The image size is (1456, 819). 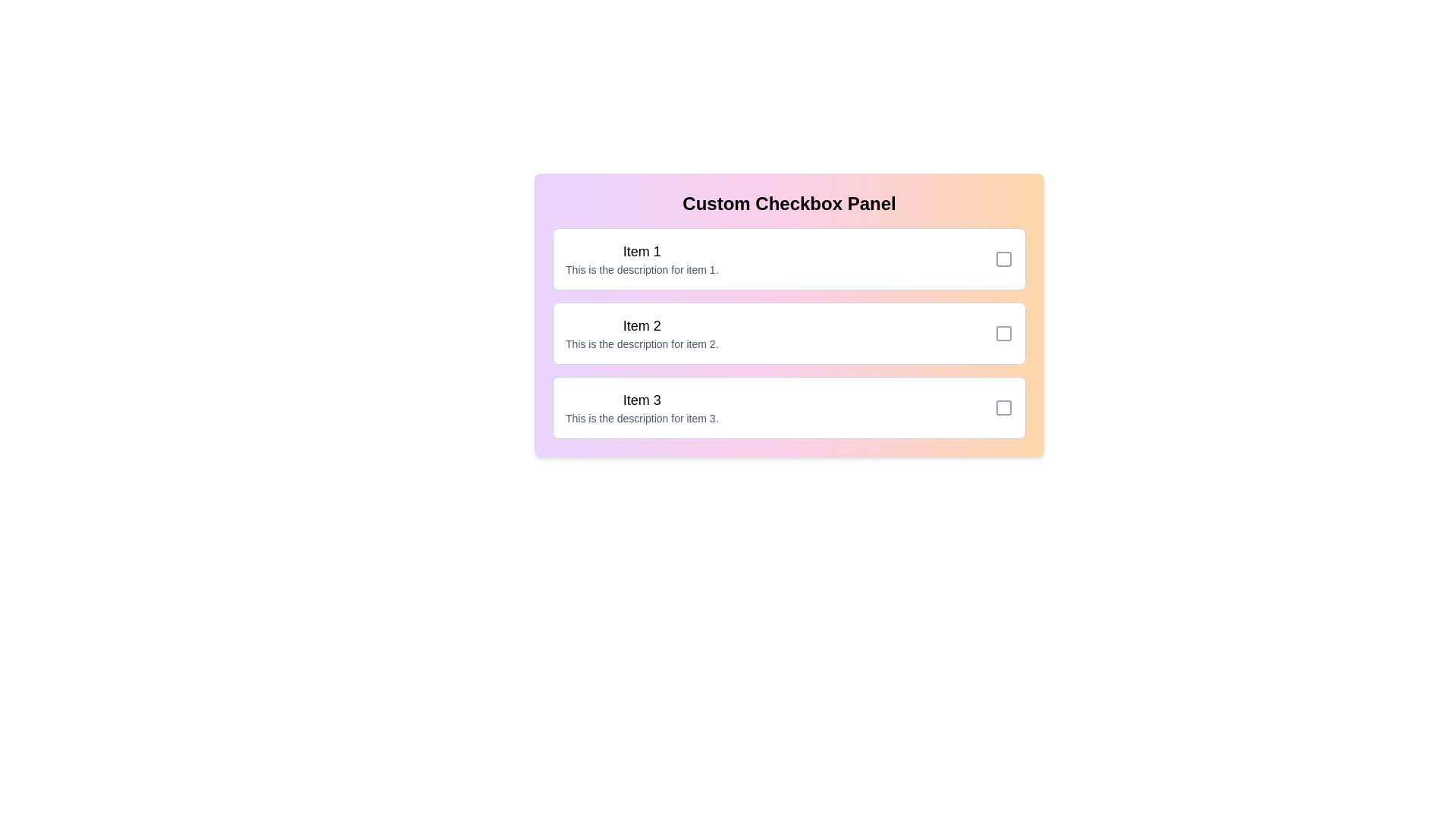 I want to click on the title of Item 1, so click(x=642, y=250).